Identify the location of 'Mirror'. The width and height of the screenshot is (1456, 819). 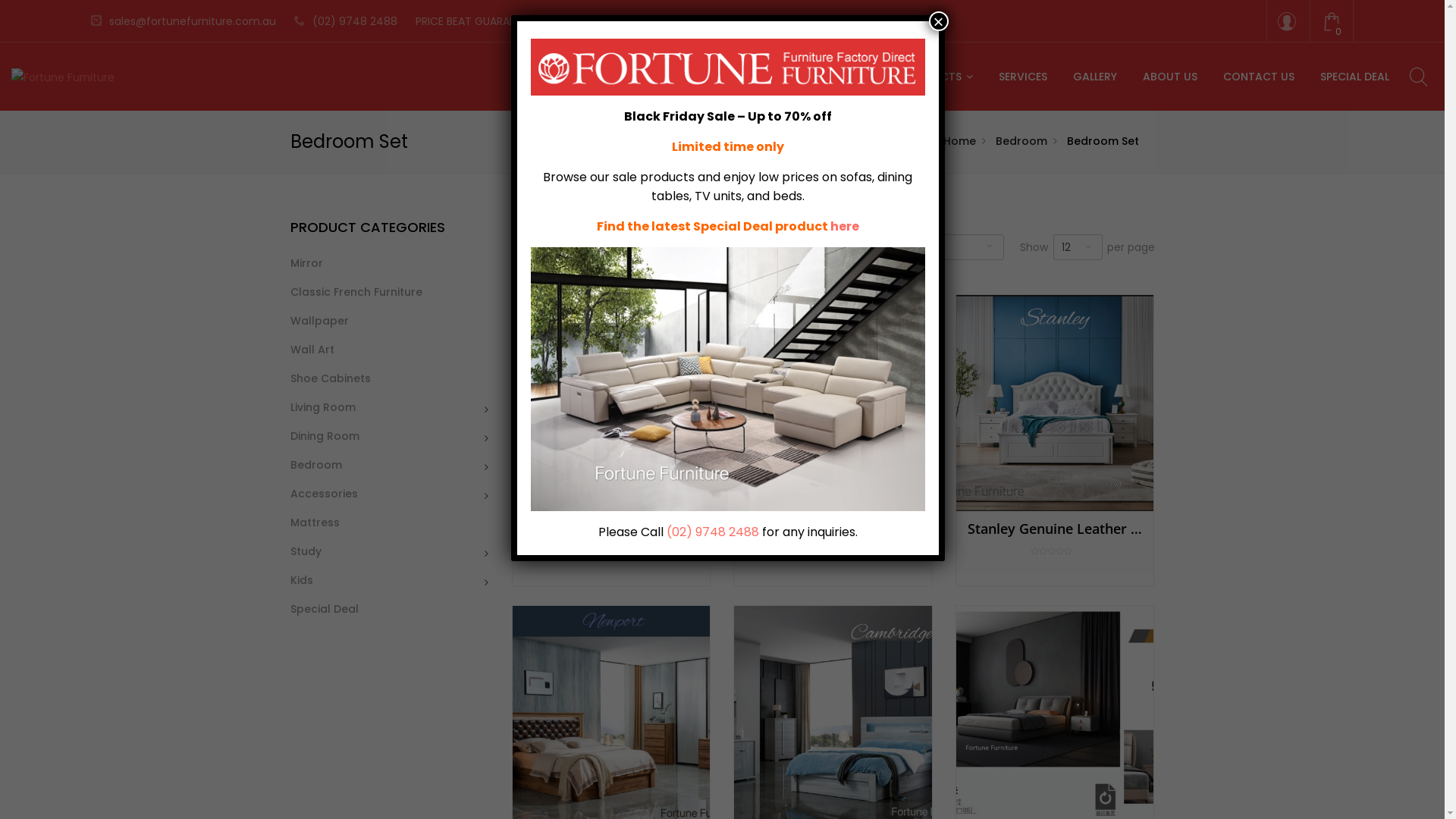
(305, 260).